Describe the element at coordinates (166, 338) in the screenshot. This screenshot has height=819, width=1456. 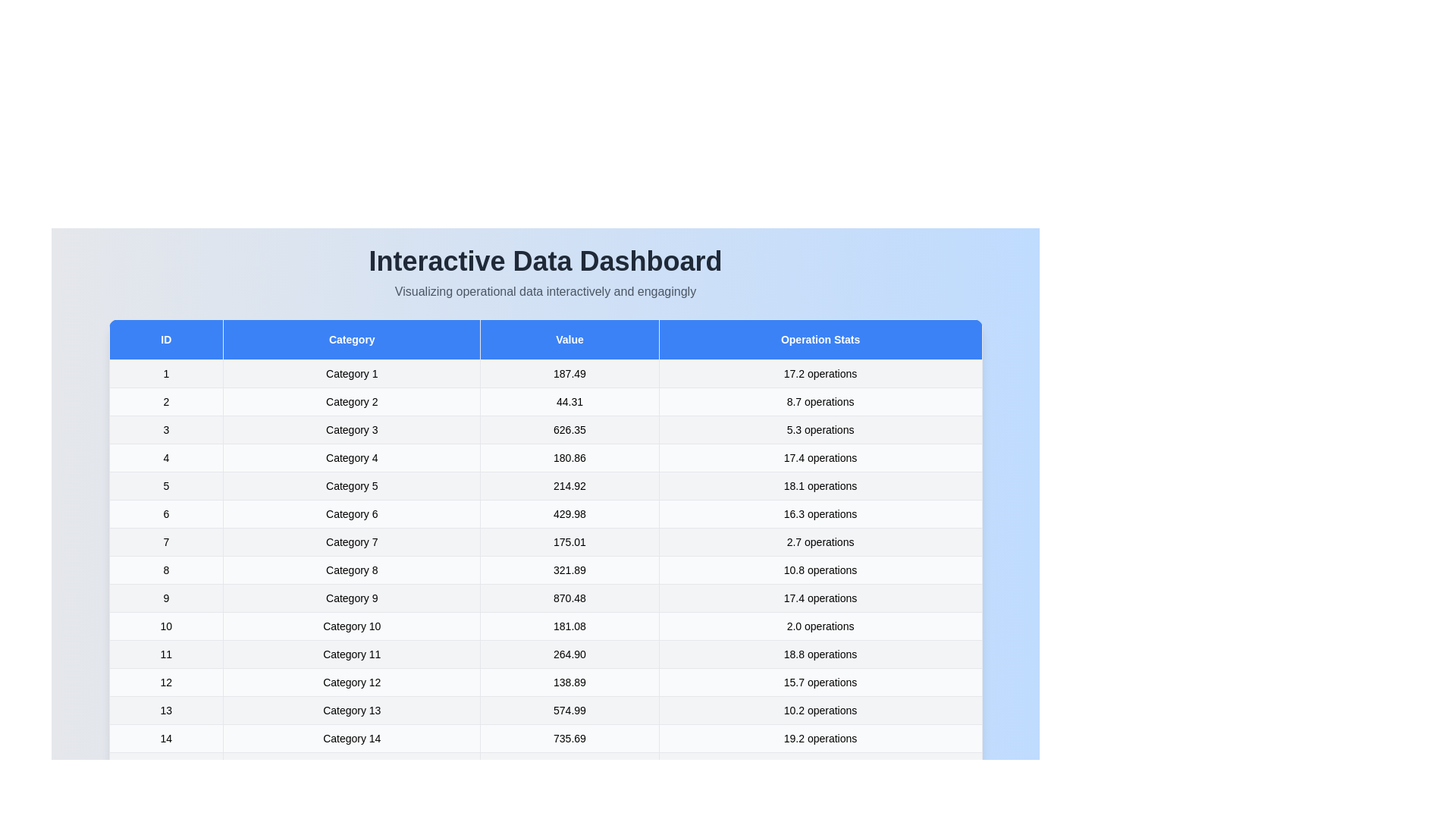
I see `the ID header to interact with it` at that location.